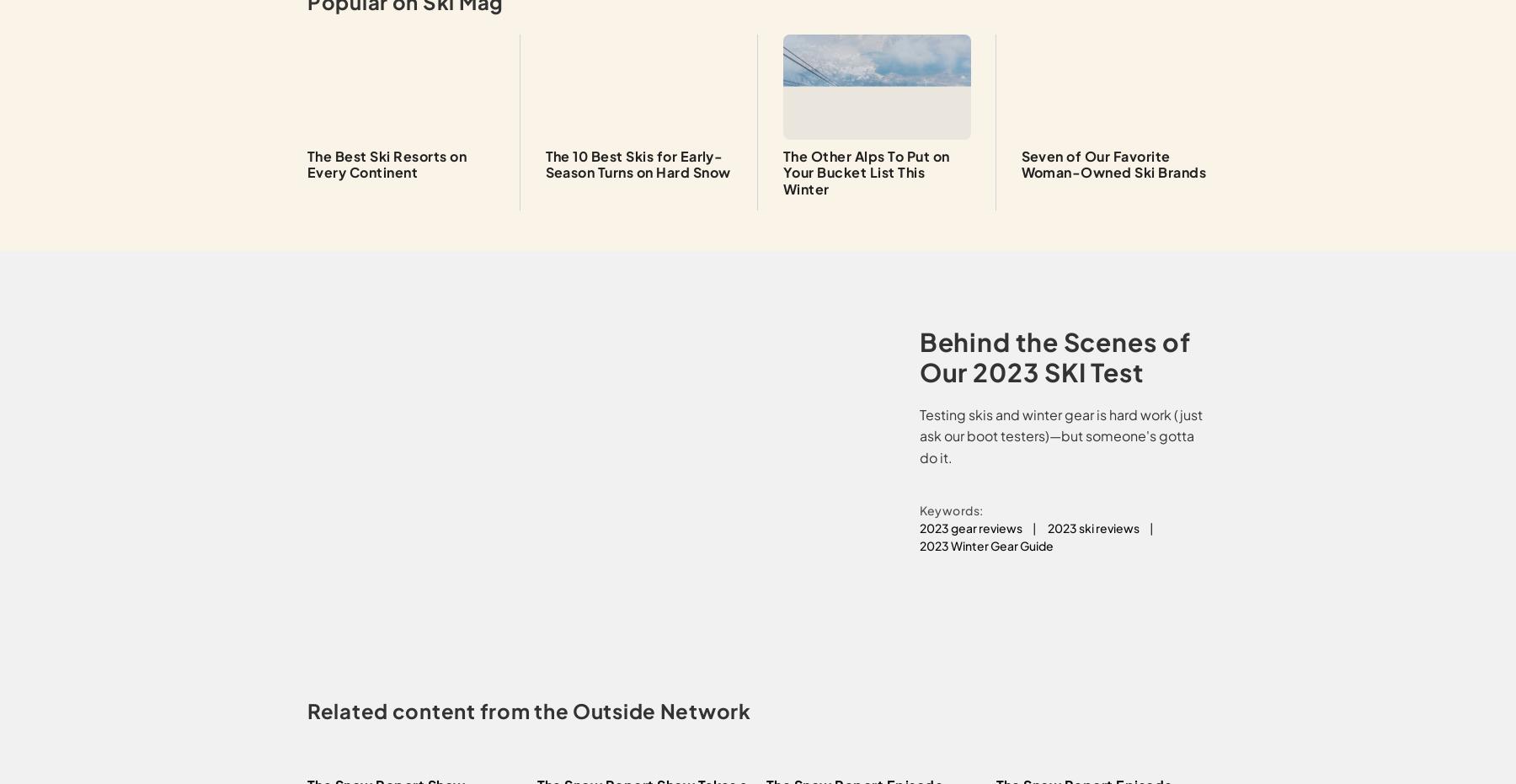  I want to click on 'Seven of Our Favorite Woman-Owned Ski Brands', so click(1113, 163).